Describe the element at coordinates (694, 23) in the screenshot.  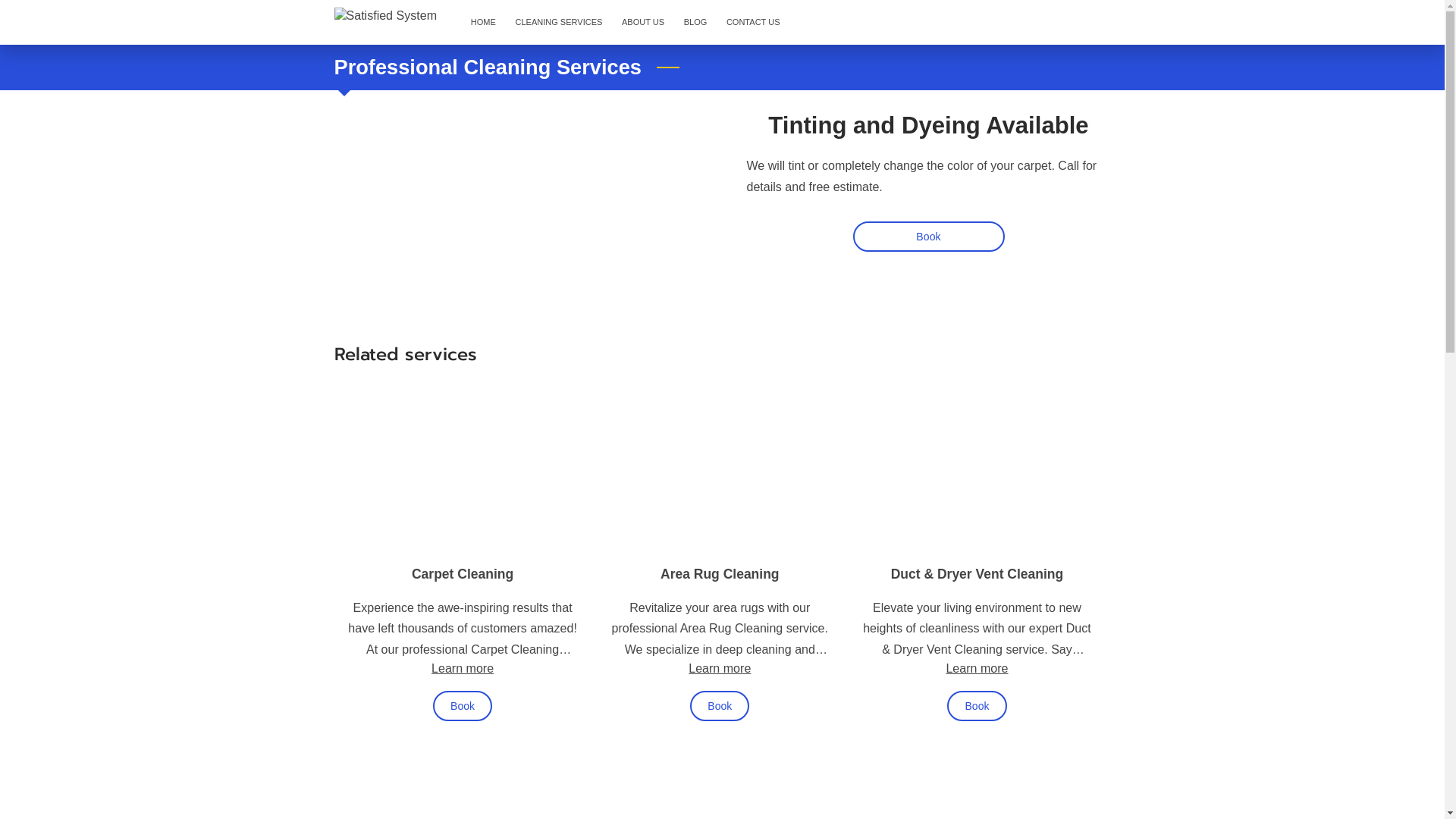
I see `'BLOG'` at that location.